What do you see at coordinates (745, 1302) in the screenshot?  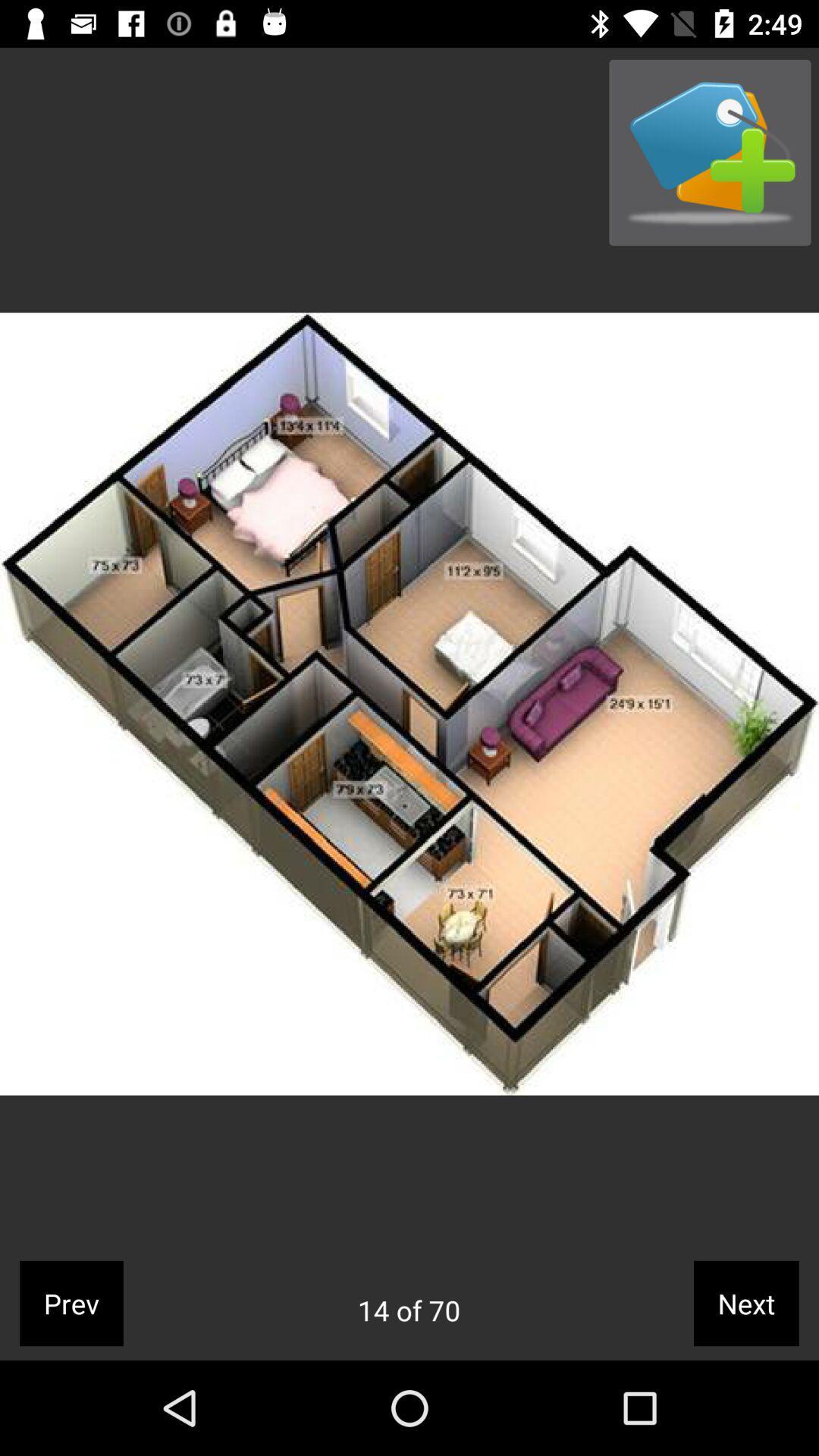 I see `the icon next to the 14 of 70 item` at bounding box center [745, 1302].